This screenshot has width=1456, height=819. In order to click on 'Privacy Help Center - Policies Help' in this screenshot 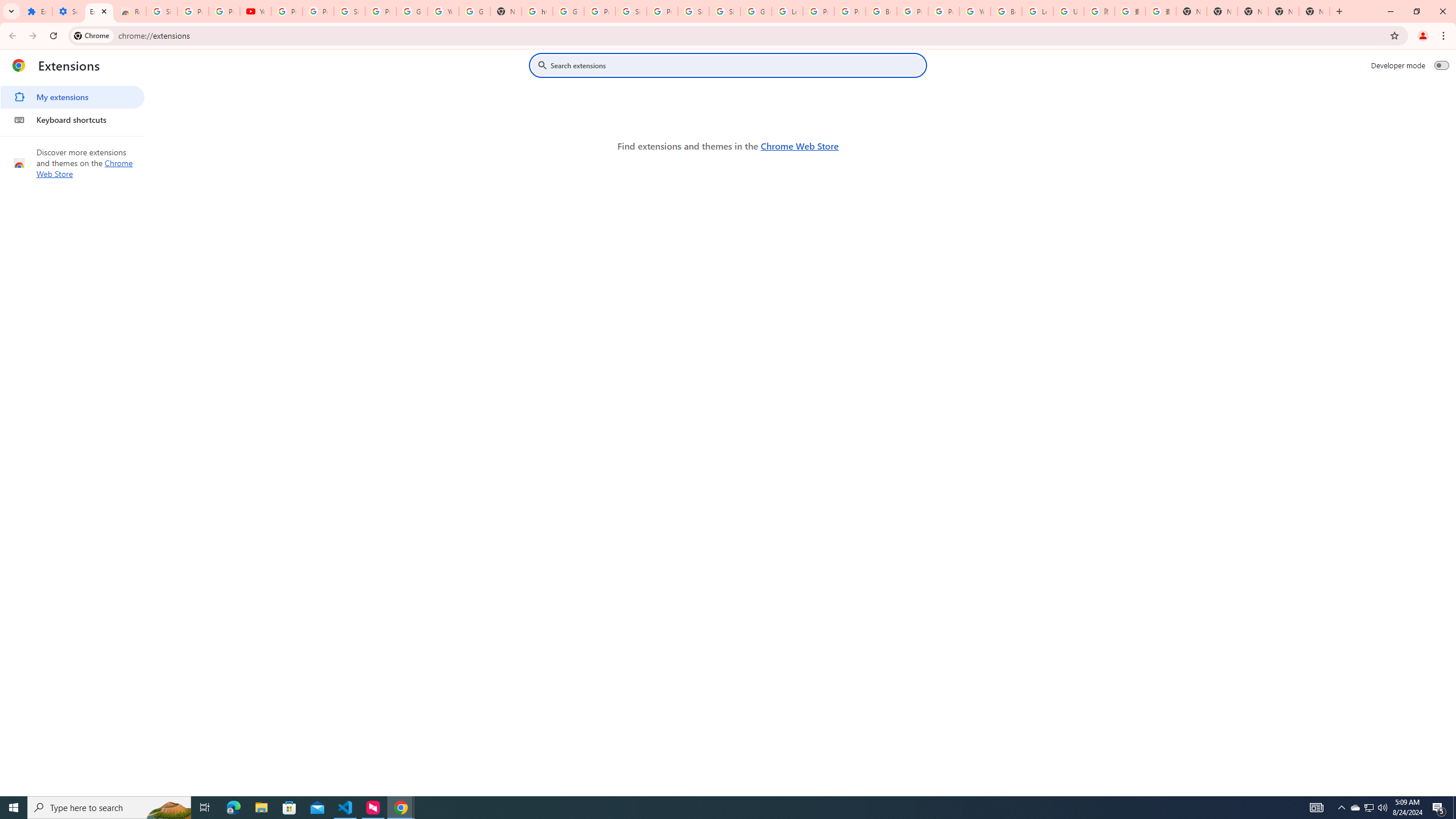, I will do `click(818, 11)`.